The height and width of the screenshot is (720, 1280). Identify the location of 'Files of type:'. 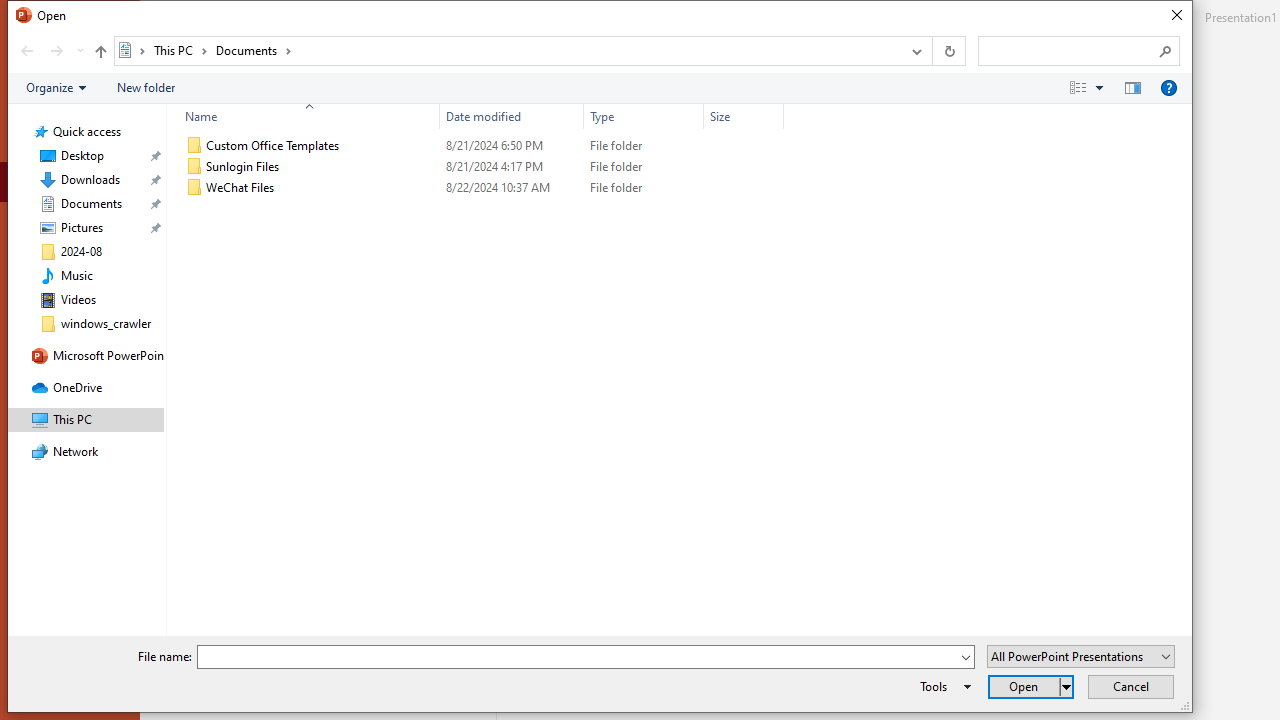
(1079, 656).